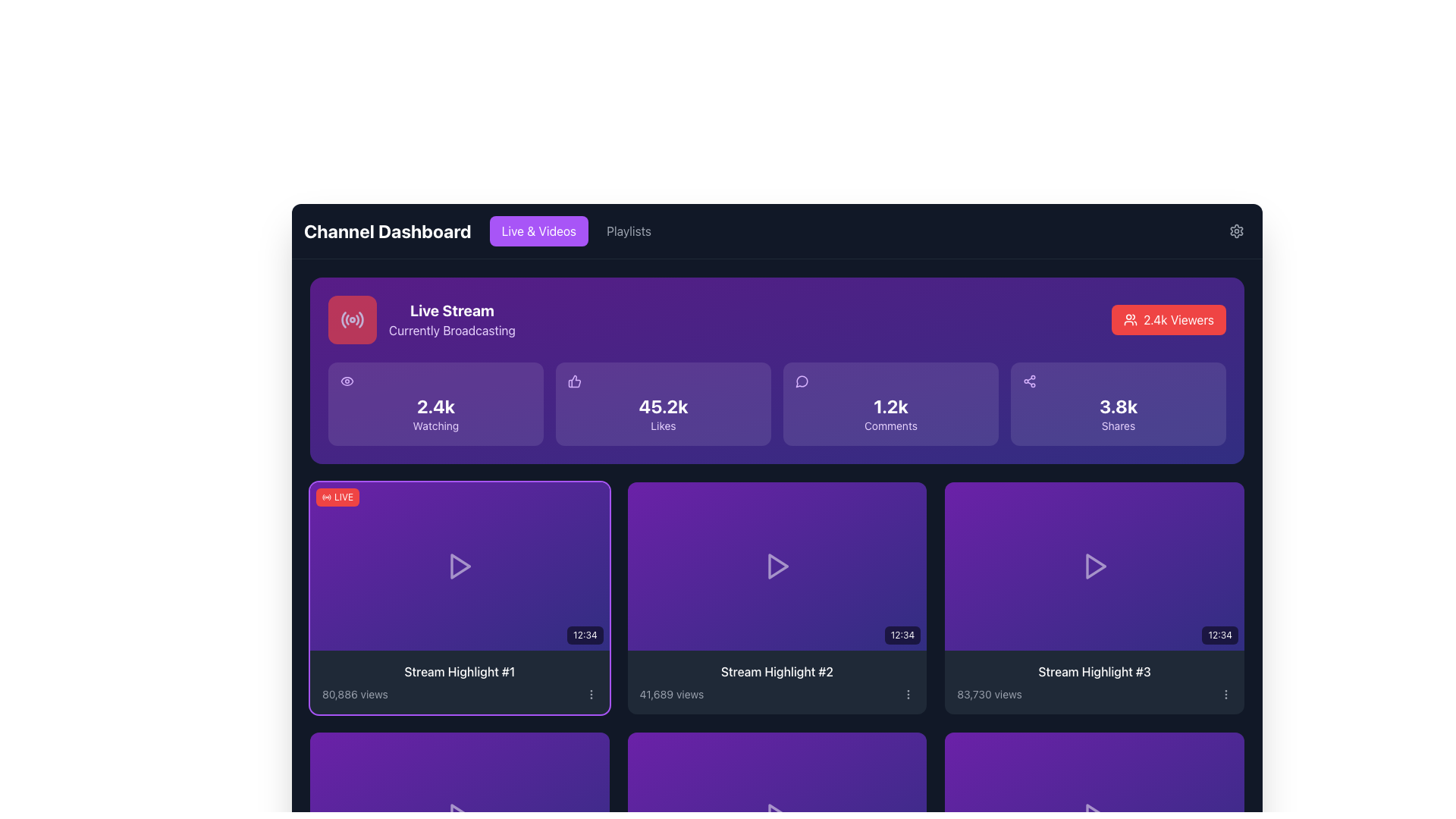 This screenshot has height=819, width=1456. I want to click on the first button located in the horizontal group following the 'Channel Dashboard' label, so click(576, 231).